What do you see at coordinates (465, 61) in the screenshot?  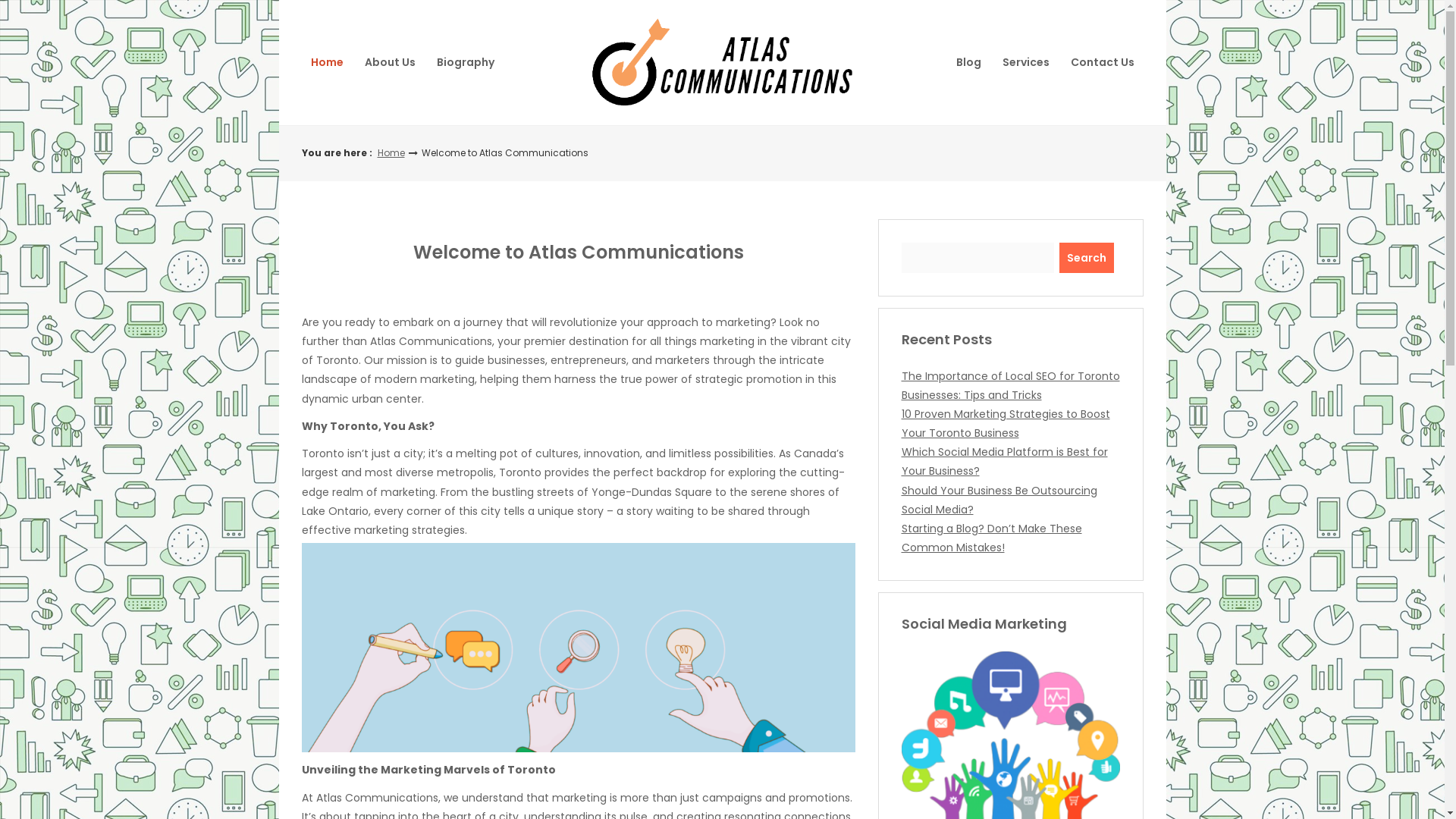 I see `'Biography'` at bounding box center [465, 61].